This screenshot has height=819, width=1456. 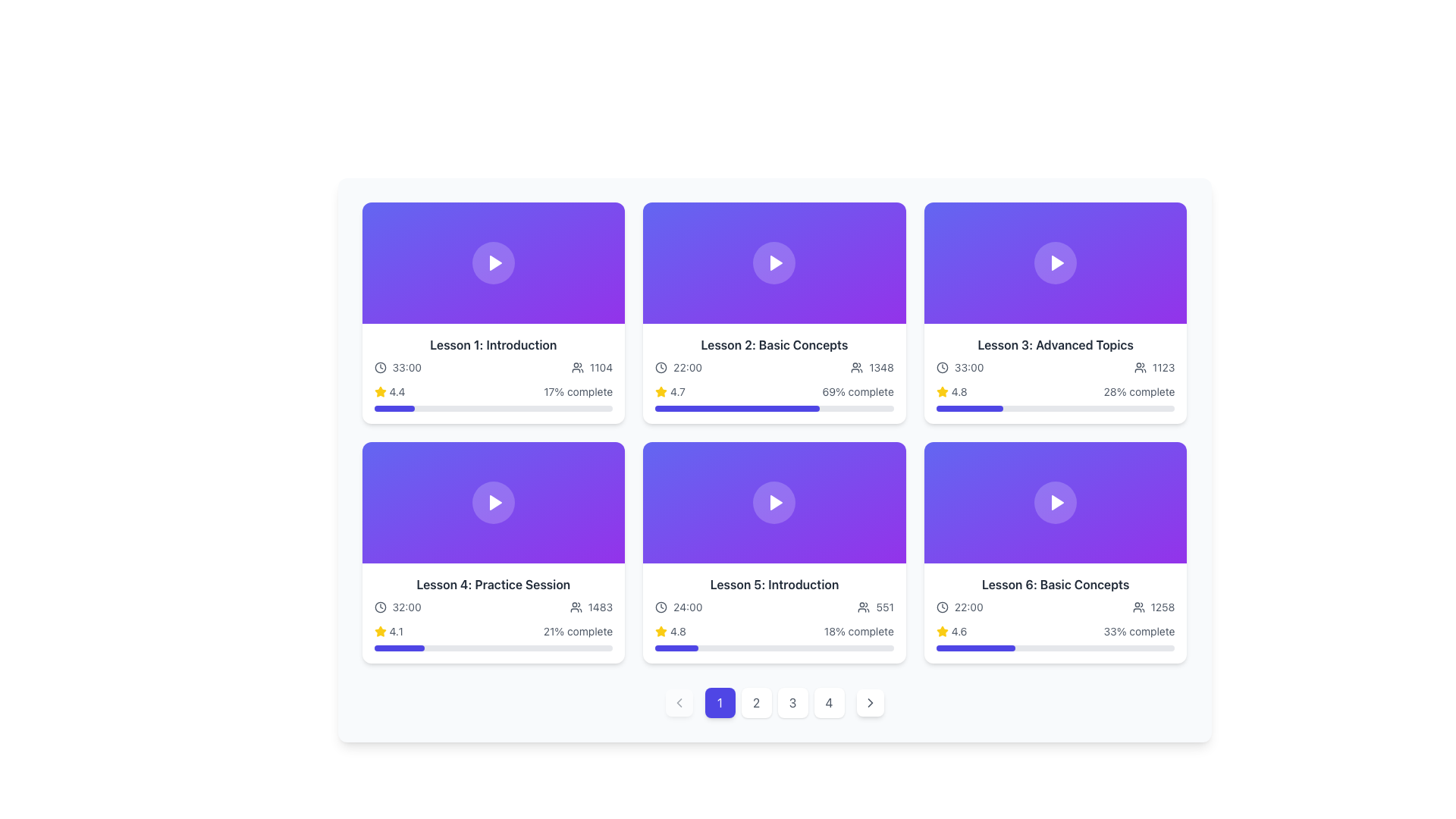 I want to click on the static text label displaying 'Lesson 3: Advanced Topics' in the top-right corner of the lessons grid, so click(x=1055, y=345).